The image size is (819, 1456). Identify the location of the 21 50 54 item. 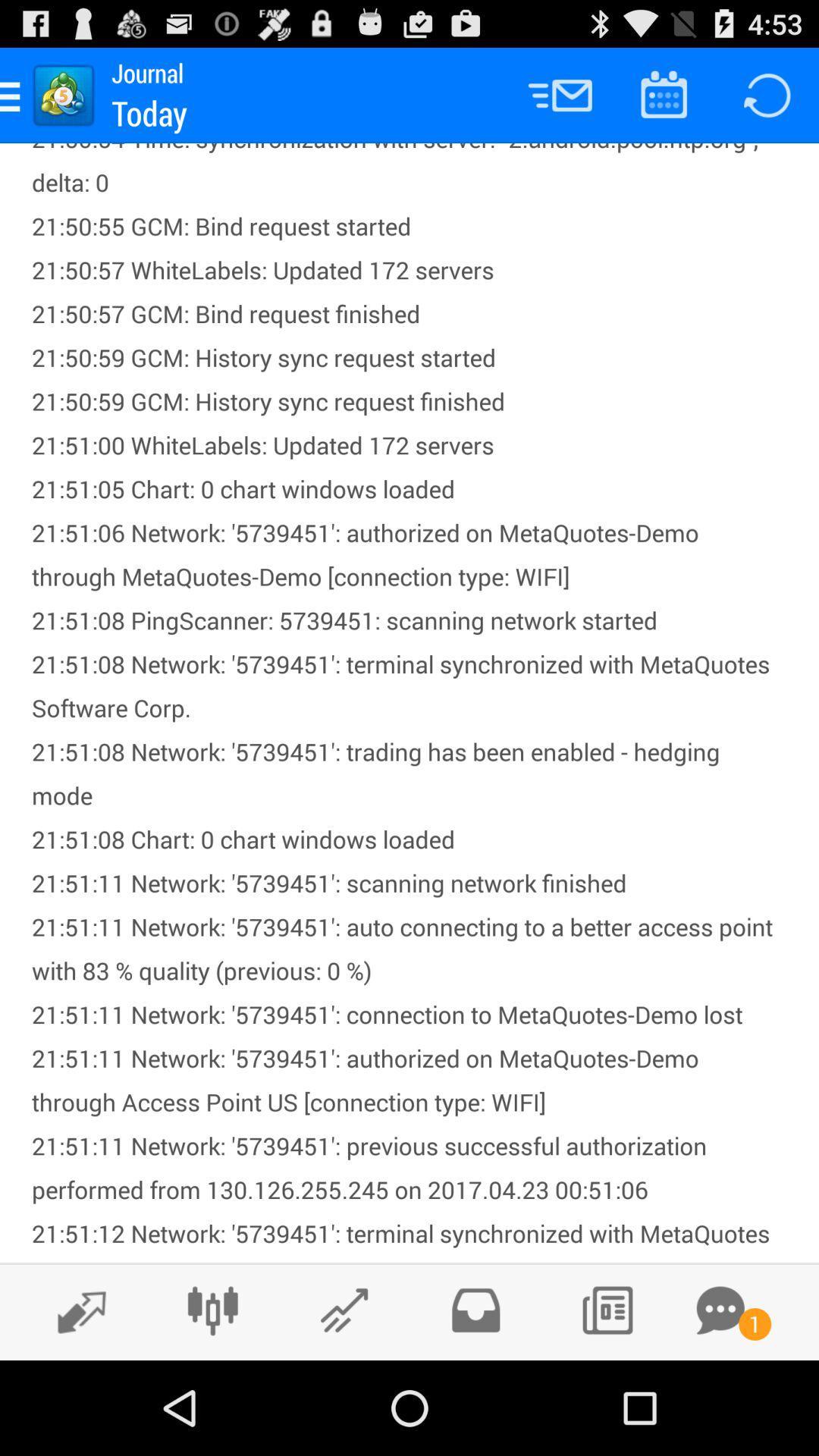
(409, 701).